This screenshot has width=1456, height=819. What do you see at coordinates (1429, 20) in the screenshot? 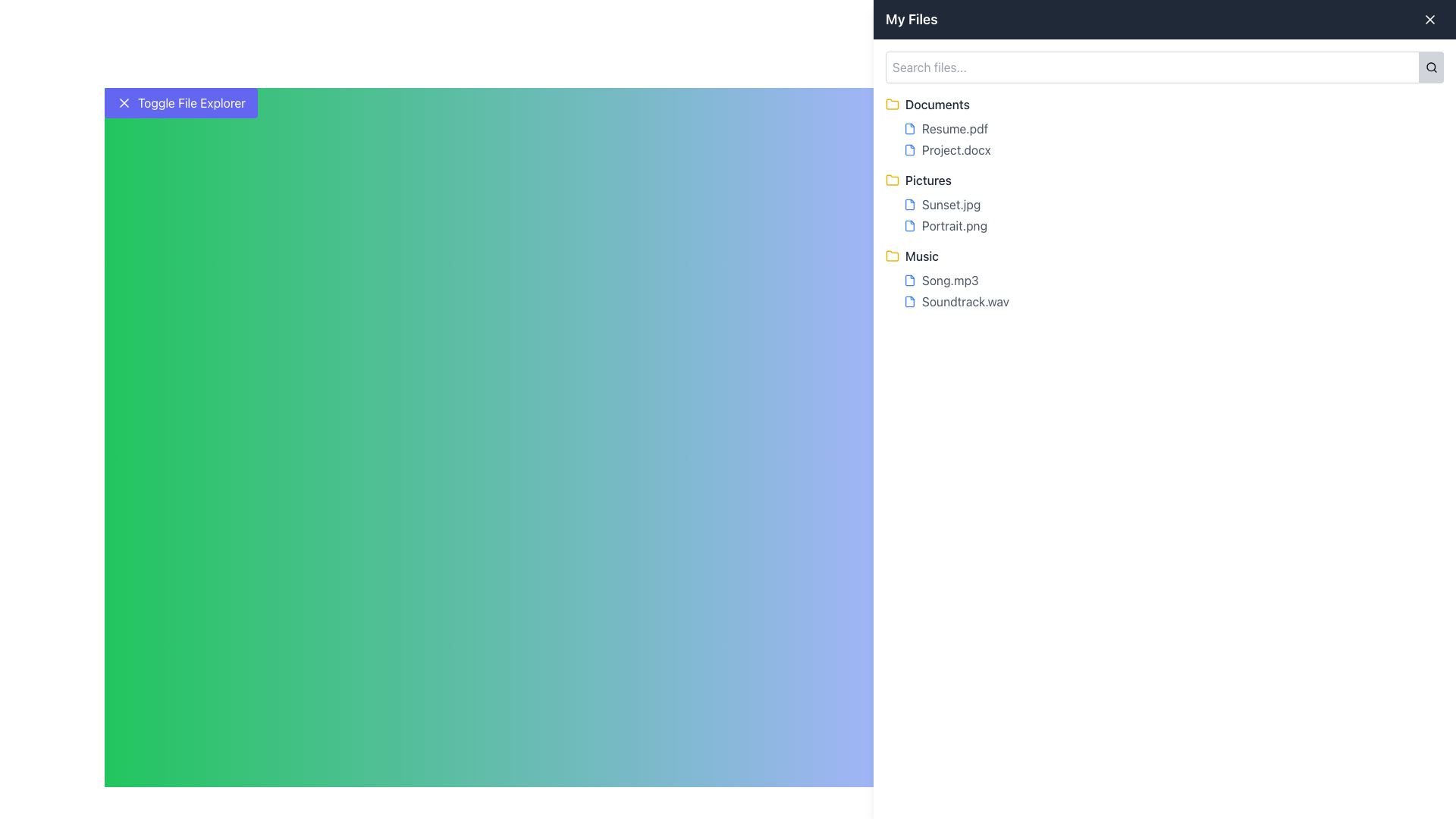
I see `the circular button with a cross (X) icon located at the top-right corner of the 'My Files' panel to observe the hover background effect` at bounding box center [1429, 20].